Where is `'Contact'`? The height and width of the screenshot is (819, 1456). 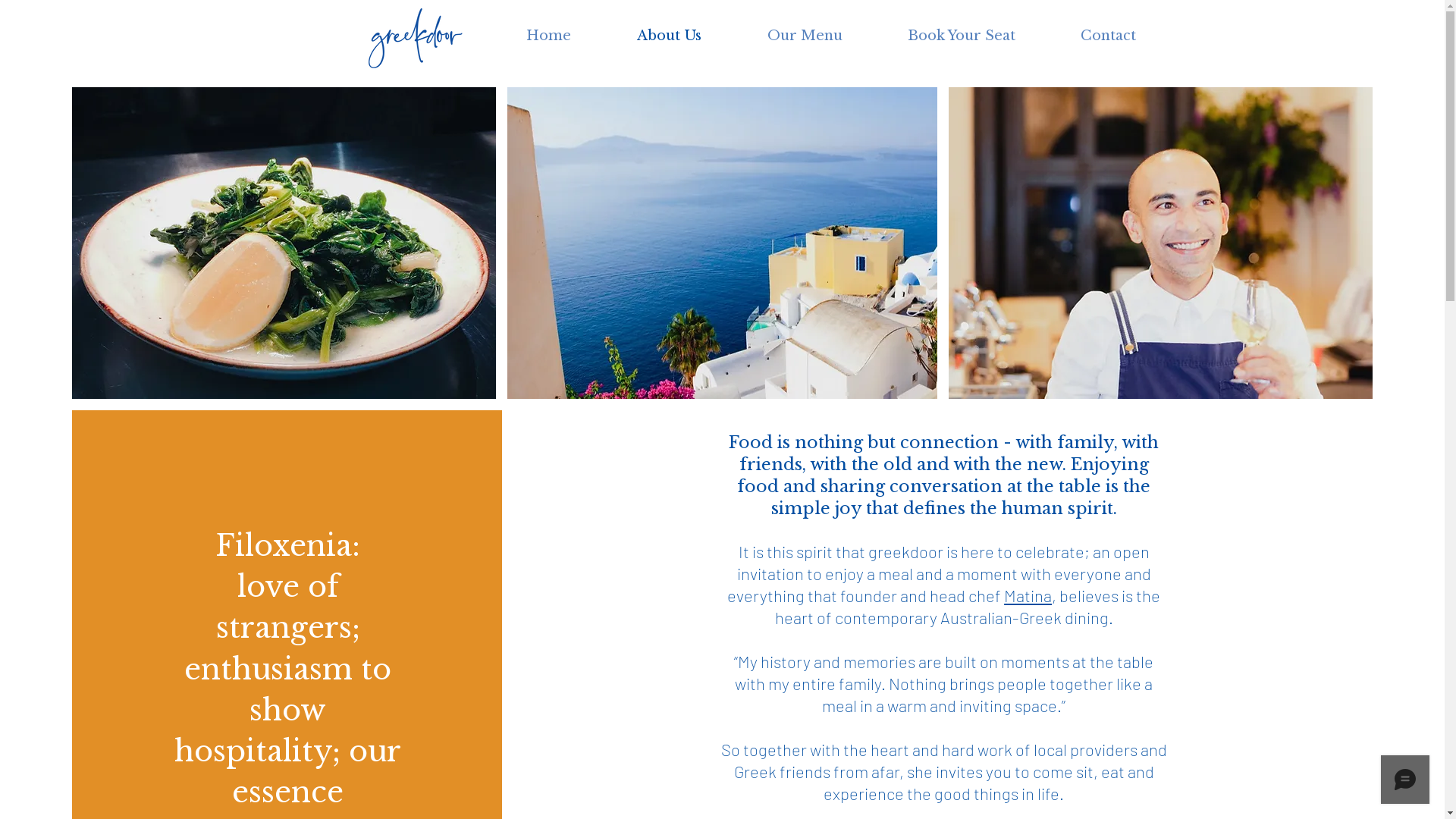
'Contact' is located at coordinates (1047, 35).